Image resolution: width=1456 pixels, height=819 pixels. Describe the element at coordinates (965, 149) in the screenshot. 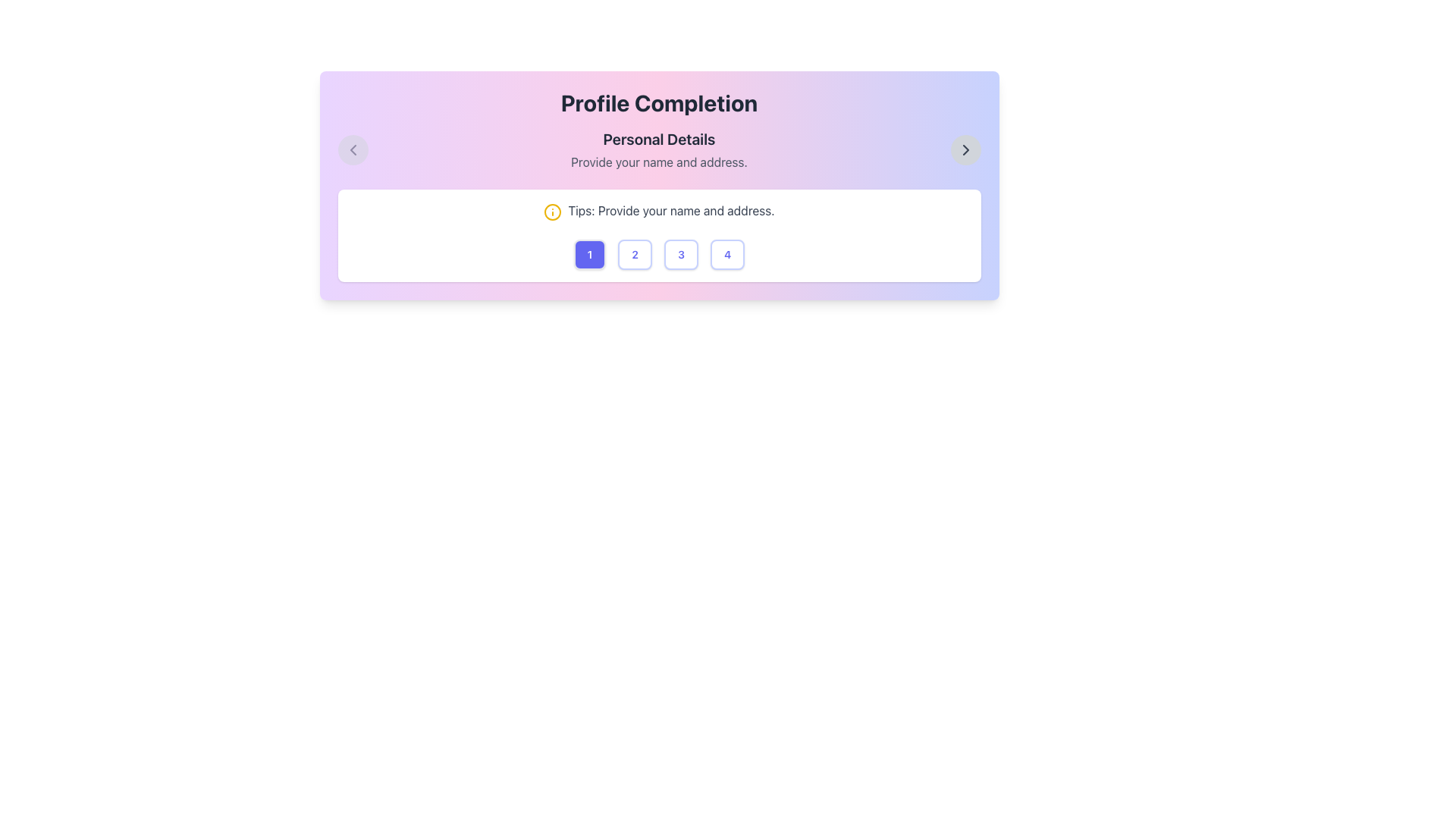

I see `the circular button with a gray background and a rightward-pointing chevron icon located in the top-right corner of the 'Personal Details' section` at that location.